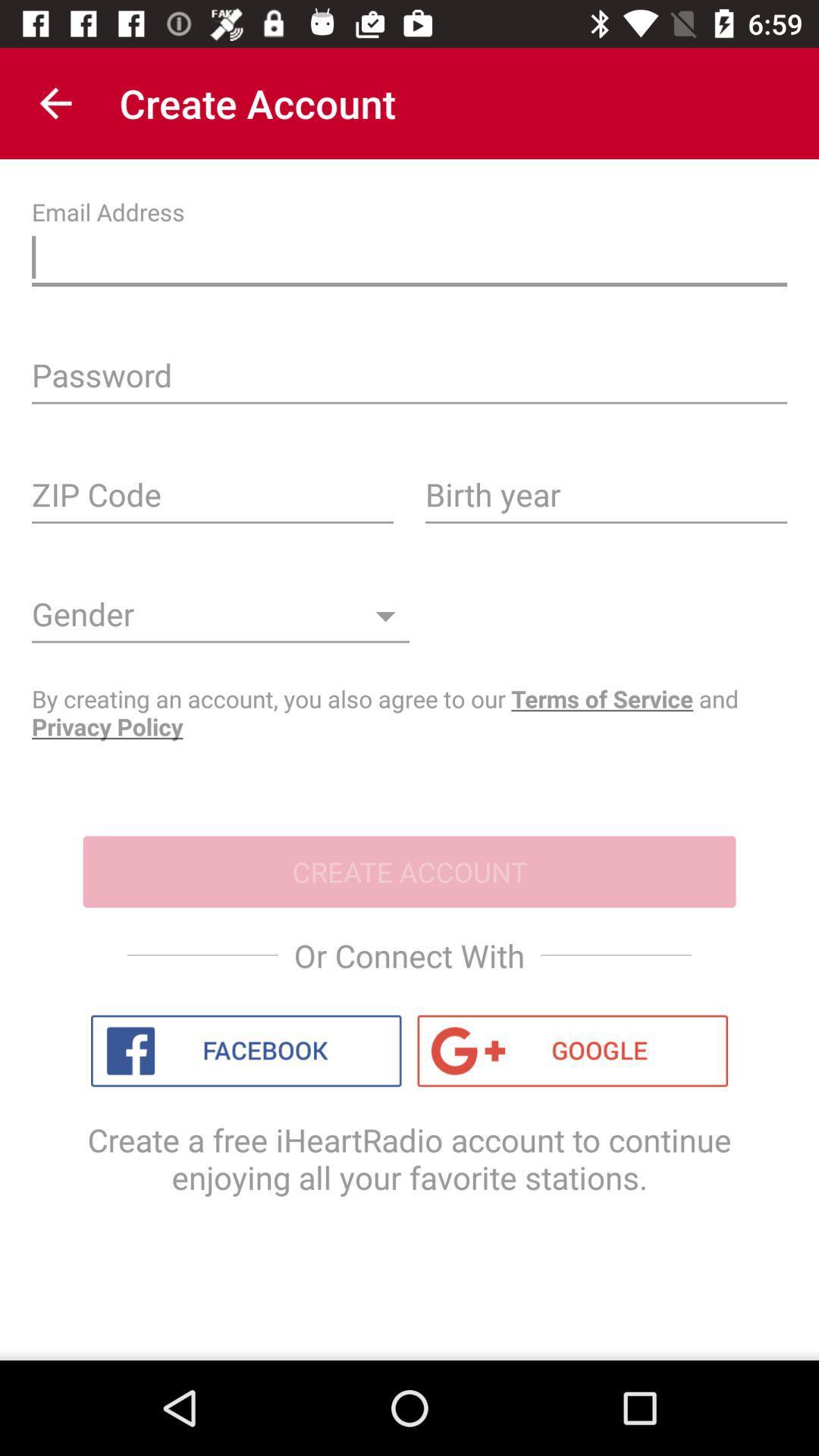 This screenshot has width=819, height=1456. I want to click on an account using facebook profile, so click(245, 1050).